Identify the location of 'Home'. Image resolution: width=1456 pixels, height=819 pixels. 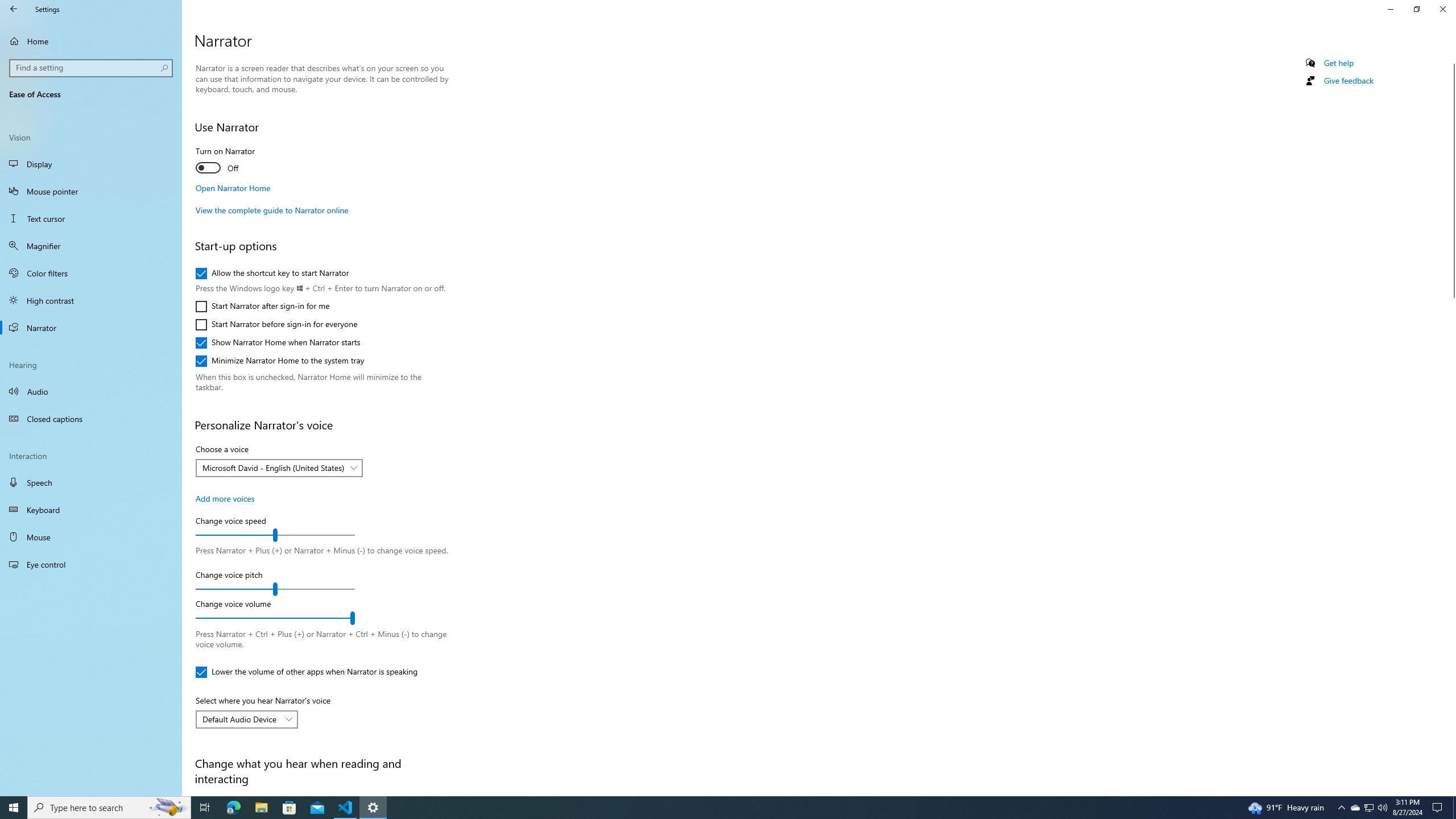
(90, 41).